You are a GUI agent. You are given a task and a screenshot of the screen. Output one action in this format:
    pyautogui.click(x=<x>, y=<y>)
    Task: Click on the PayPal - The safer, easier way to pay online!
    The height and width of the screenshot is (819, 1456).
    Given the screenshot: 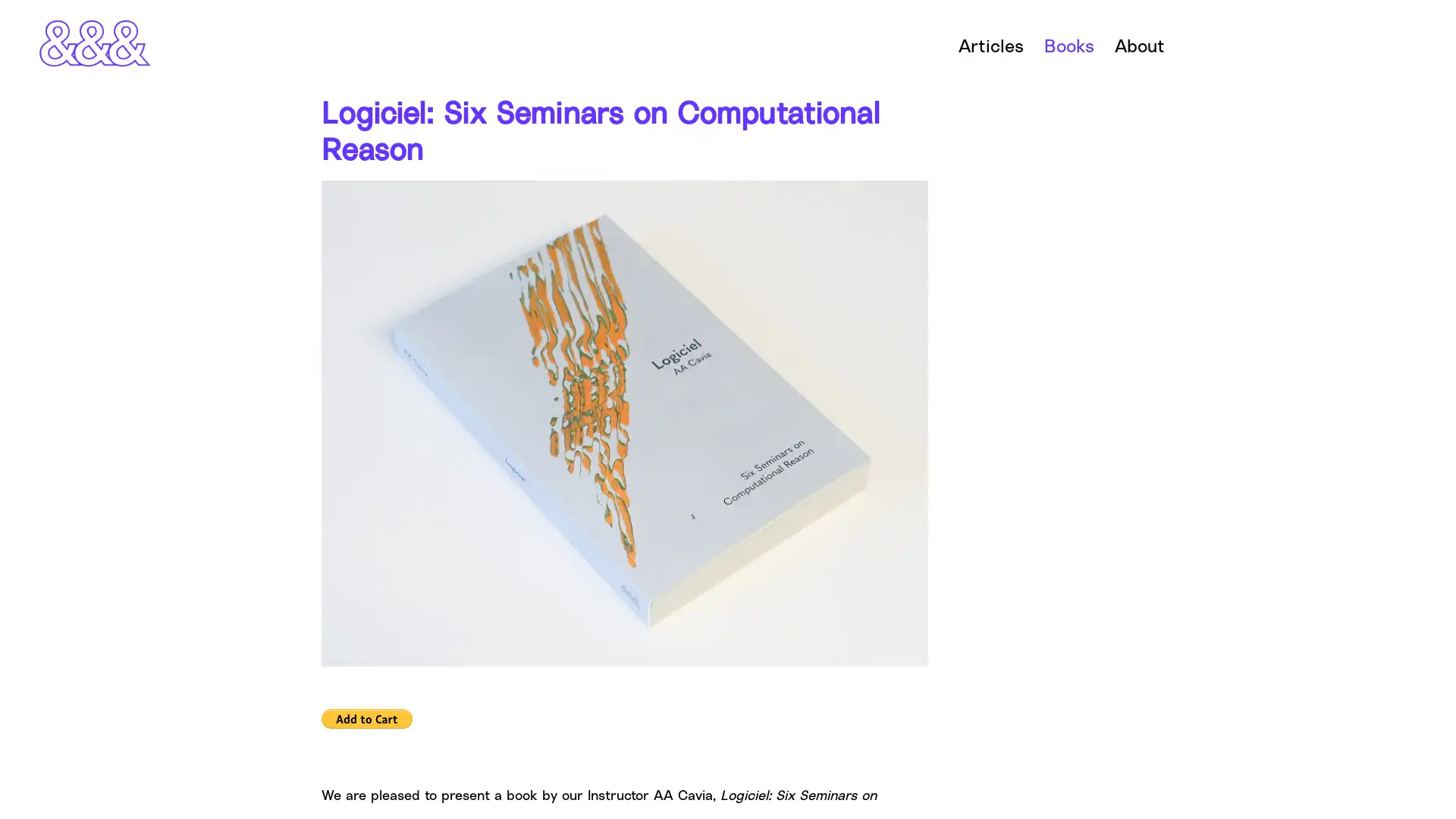 What is the action you would take?
    pyautogui.click(x=367, y=717)
    